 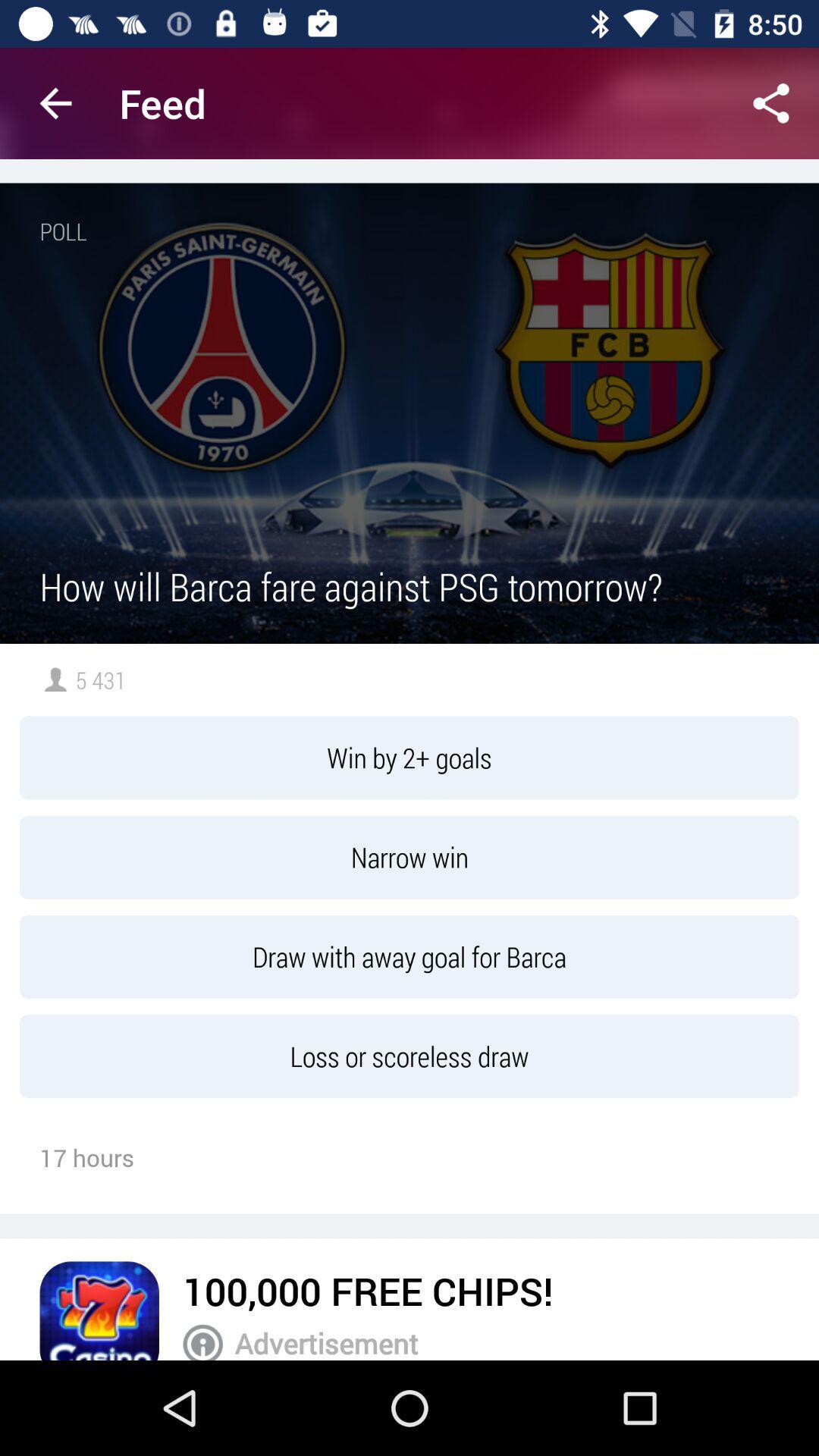 I want to click on share this poll, so click(x=771, y=102).